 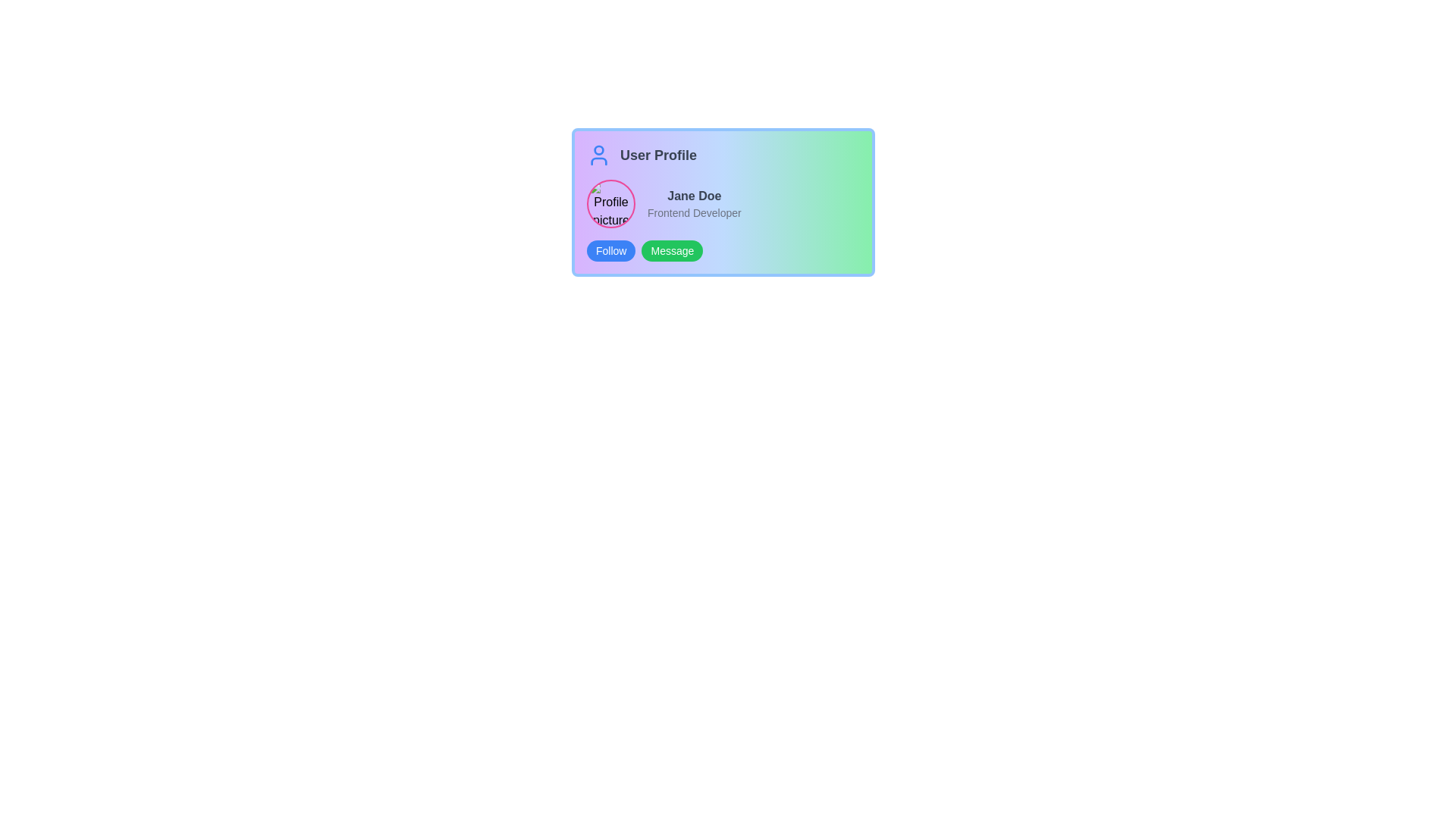 What do you see at coordinates (611, 250) in the screenshot?
I see `the blue 'Follow' button with rounded corners located at the bottom-left side of the user profile card` at bounding box center [611, 250].